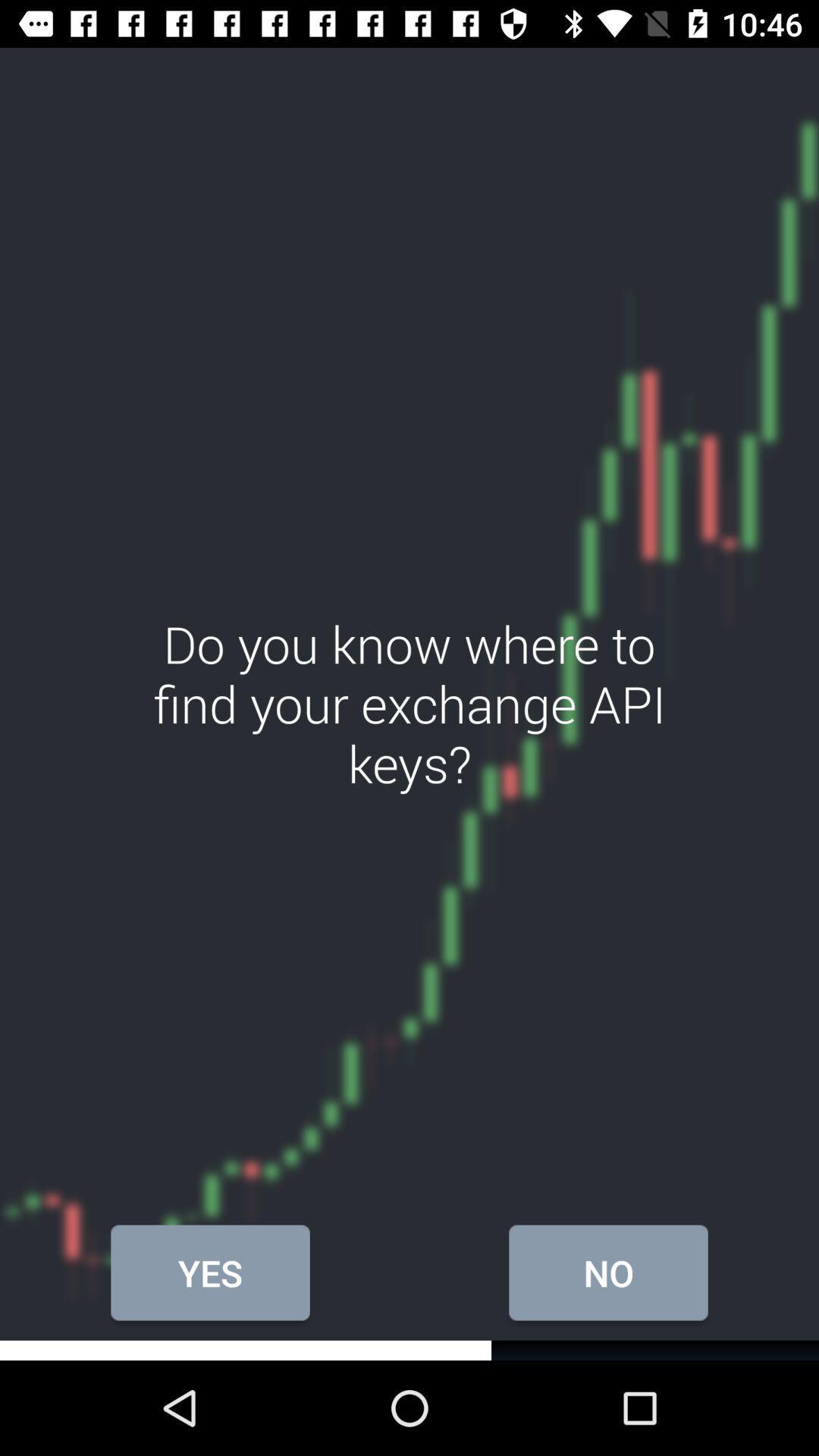 Image resolution: width=819 pixels, height=1456 pixels. I want to click on the icon below do you know, so click(607, 1272).